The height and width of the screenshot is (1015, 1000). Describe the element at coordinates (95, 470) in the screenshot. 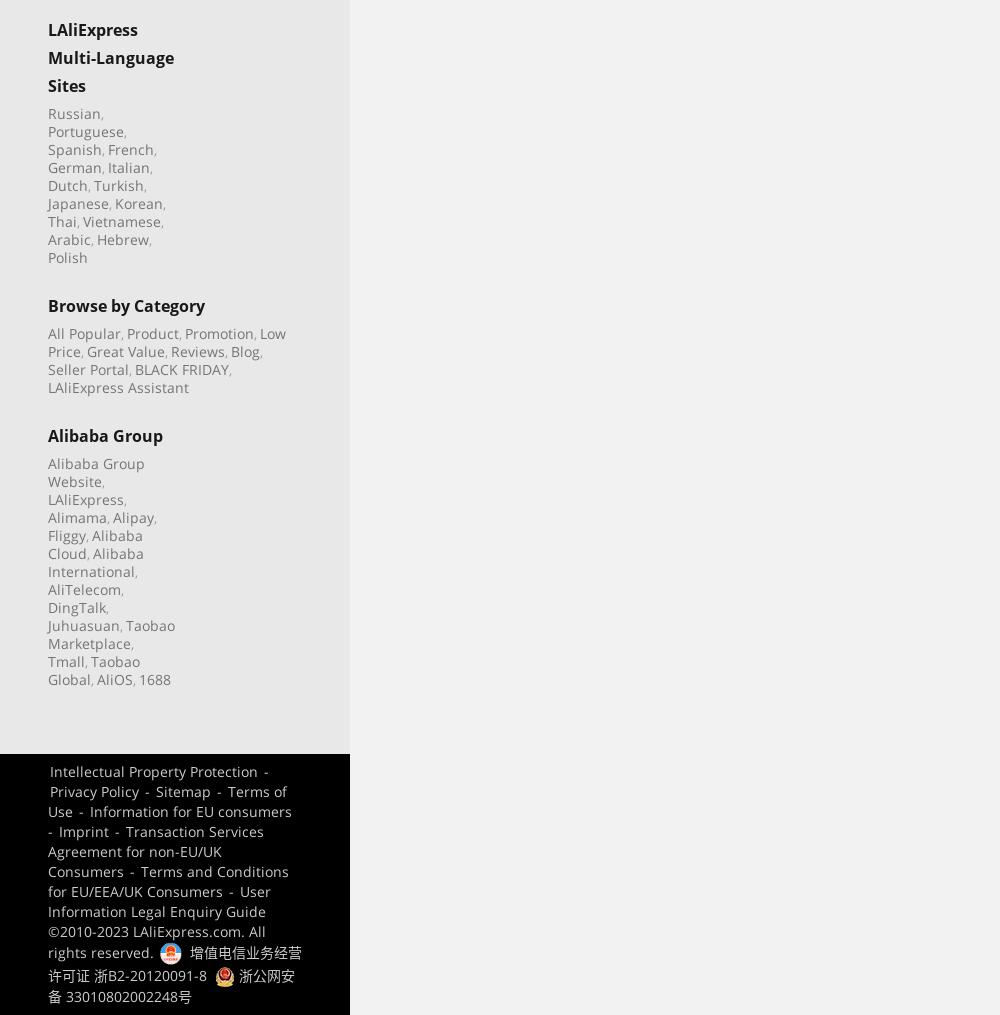

I see `'Alibaba Group Website'` at that location.